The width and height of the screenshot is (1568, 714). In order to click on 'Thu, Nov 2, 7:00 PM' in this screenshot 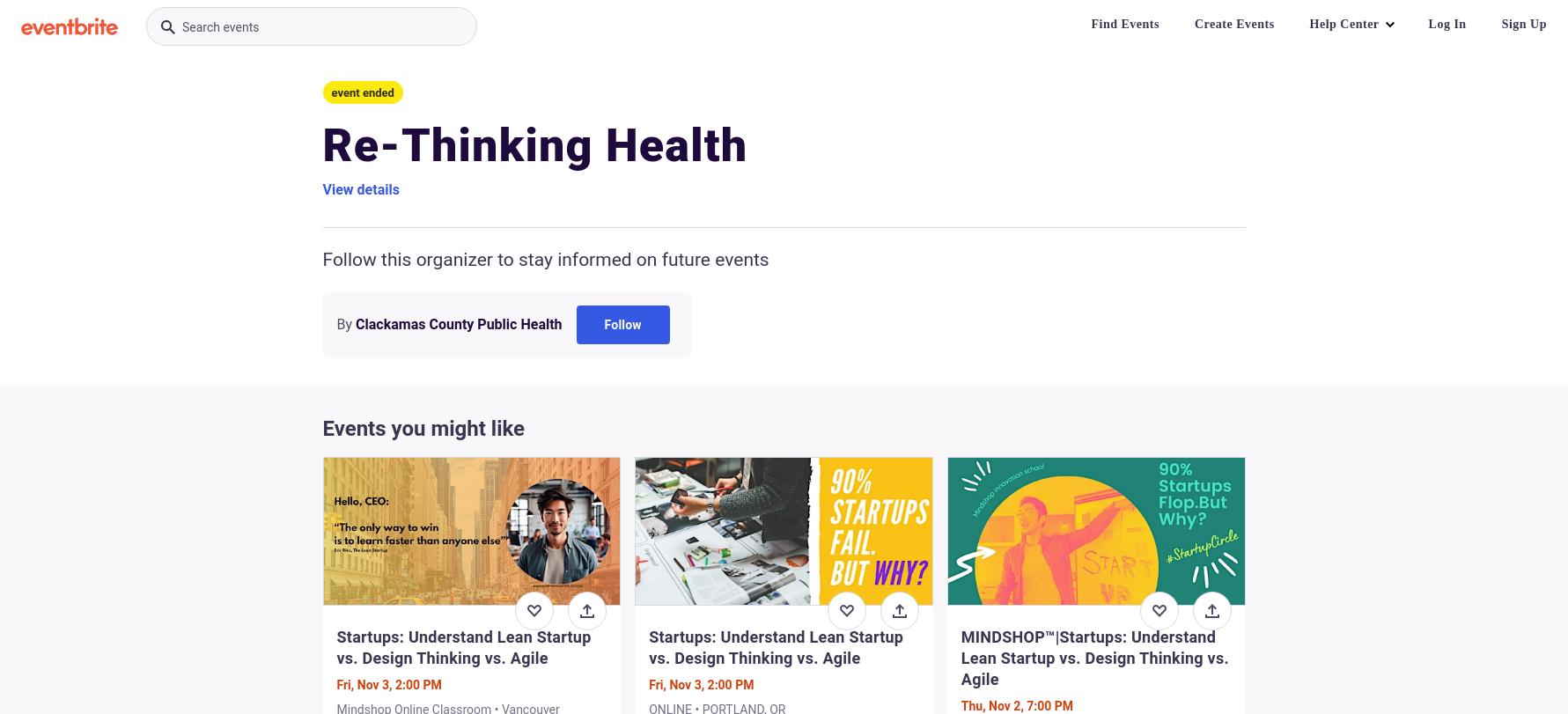, I will do `click(1016, 704)`.